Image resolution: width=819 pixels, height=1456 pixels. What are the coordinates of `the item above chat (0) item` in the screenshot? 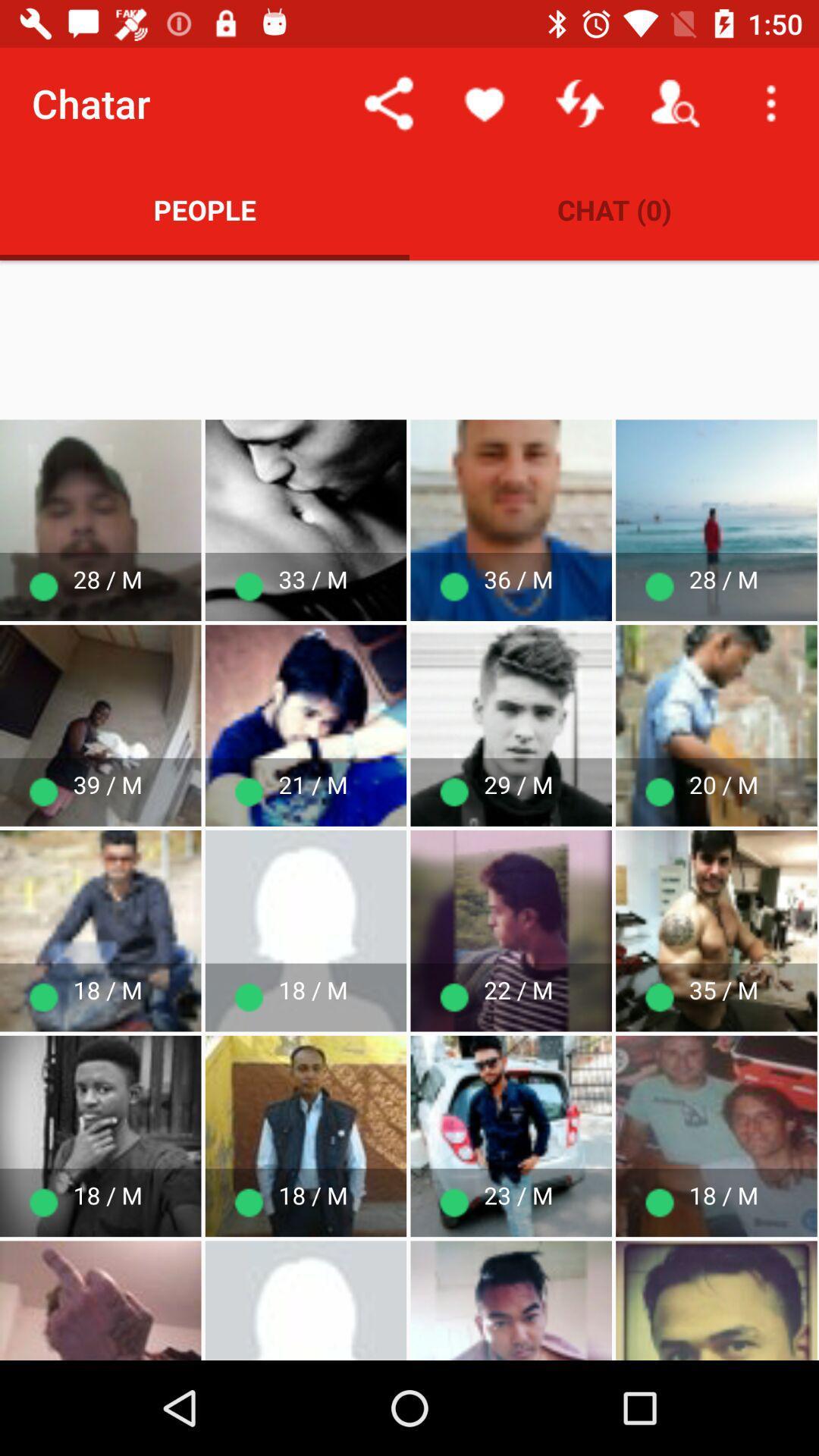 It's located at (675, 102).